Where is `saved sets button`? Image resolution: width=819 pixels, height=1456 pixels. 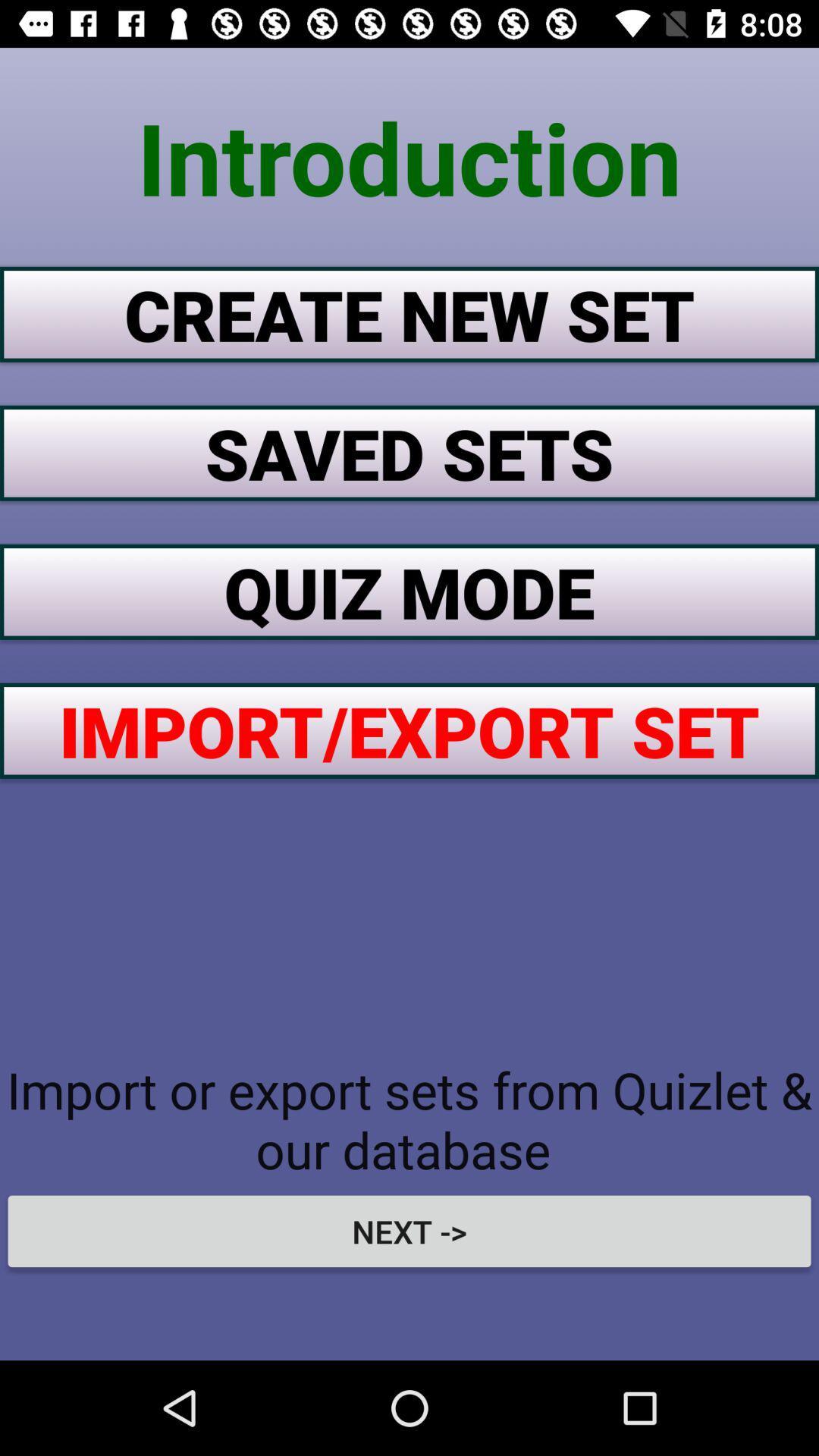
saved sets button is located at coordinates (409, 452).